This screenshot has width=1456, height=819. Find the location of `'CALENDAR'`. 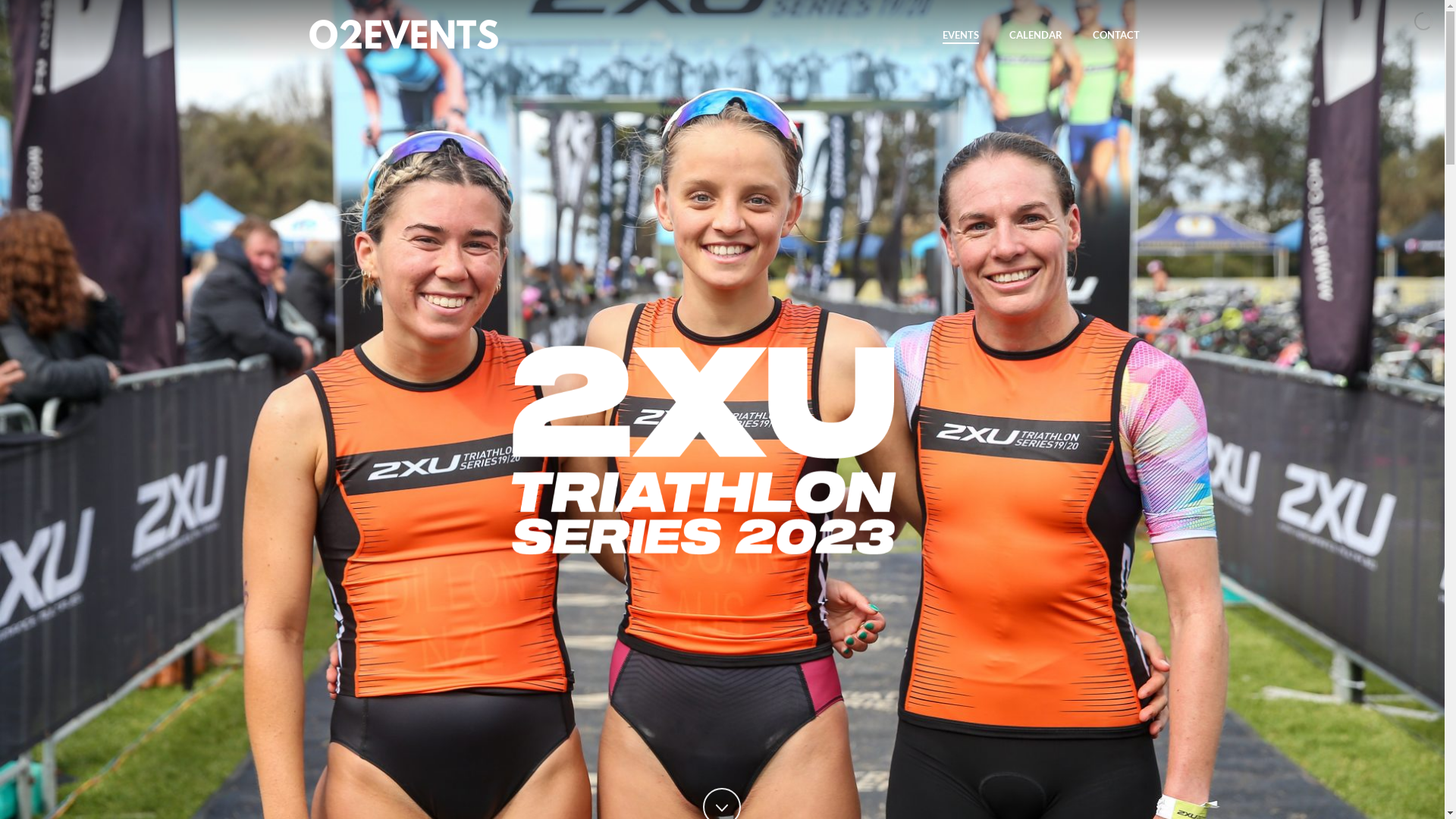

'CALENDAR' is located at coordinates (1034, 34).